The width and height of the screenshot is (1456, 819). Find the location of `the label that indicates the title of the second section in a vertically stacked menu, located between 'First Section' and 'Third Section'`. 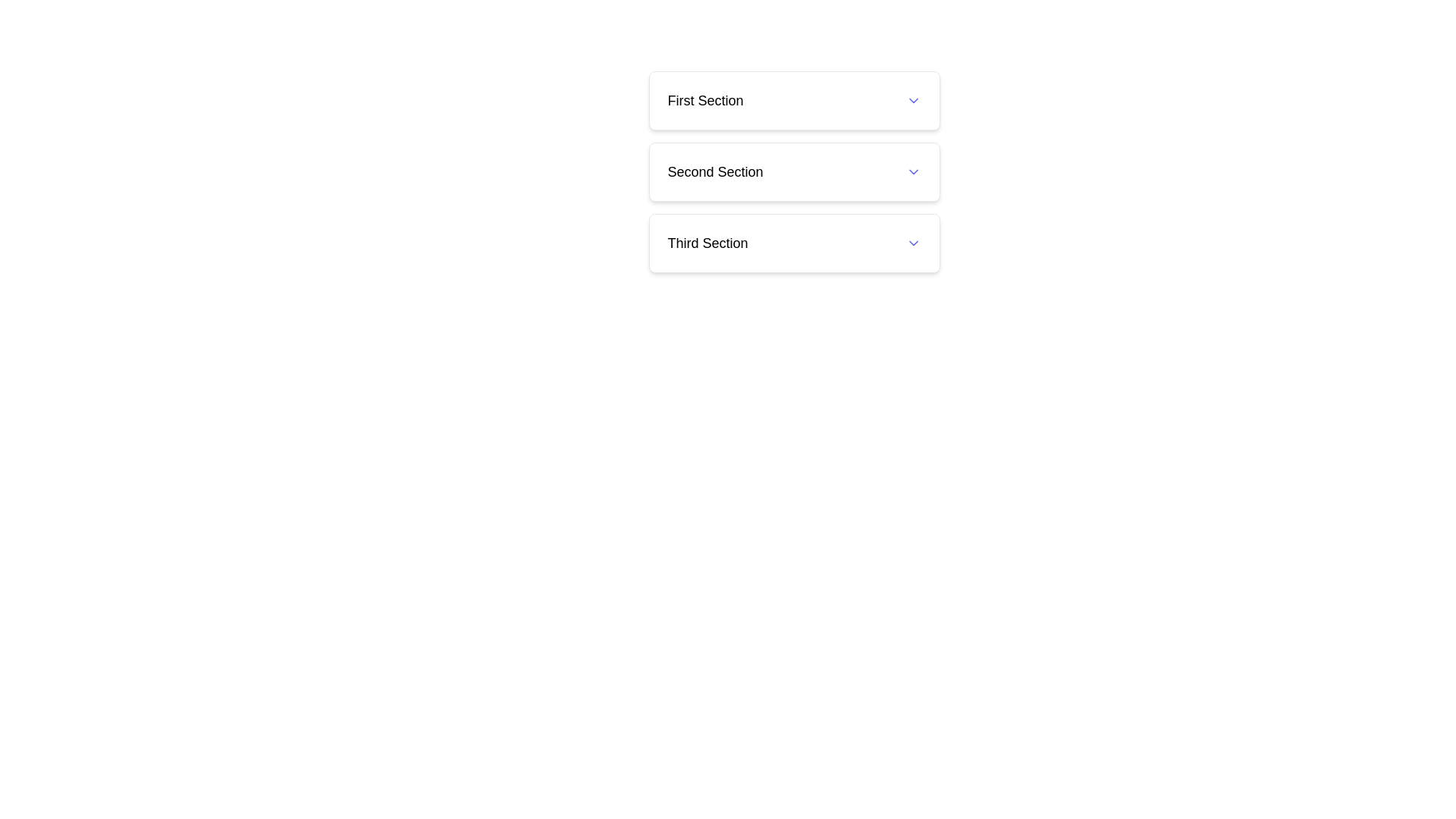

the label that indicates the title of the second section in a vertically stacked menu, located between 'First Section' and 'Third Section' is located at coordinates (714, 171).